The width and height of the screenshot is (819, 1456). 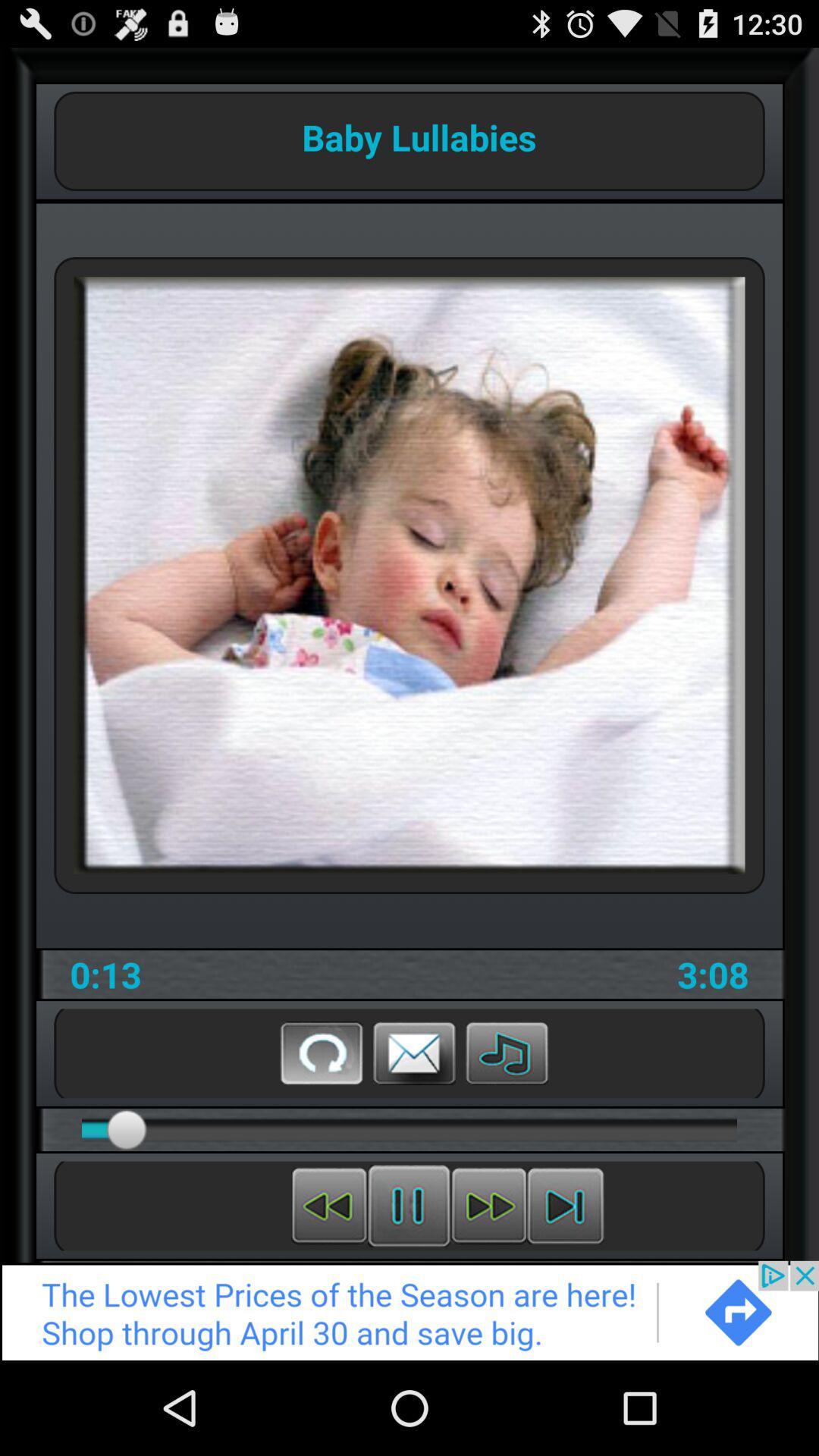 What do you see at coordinates (328, 1205) in the screenshot?
I see `rewind music` at bounding box center [328, 1205].